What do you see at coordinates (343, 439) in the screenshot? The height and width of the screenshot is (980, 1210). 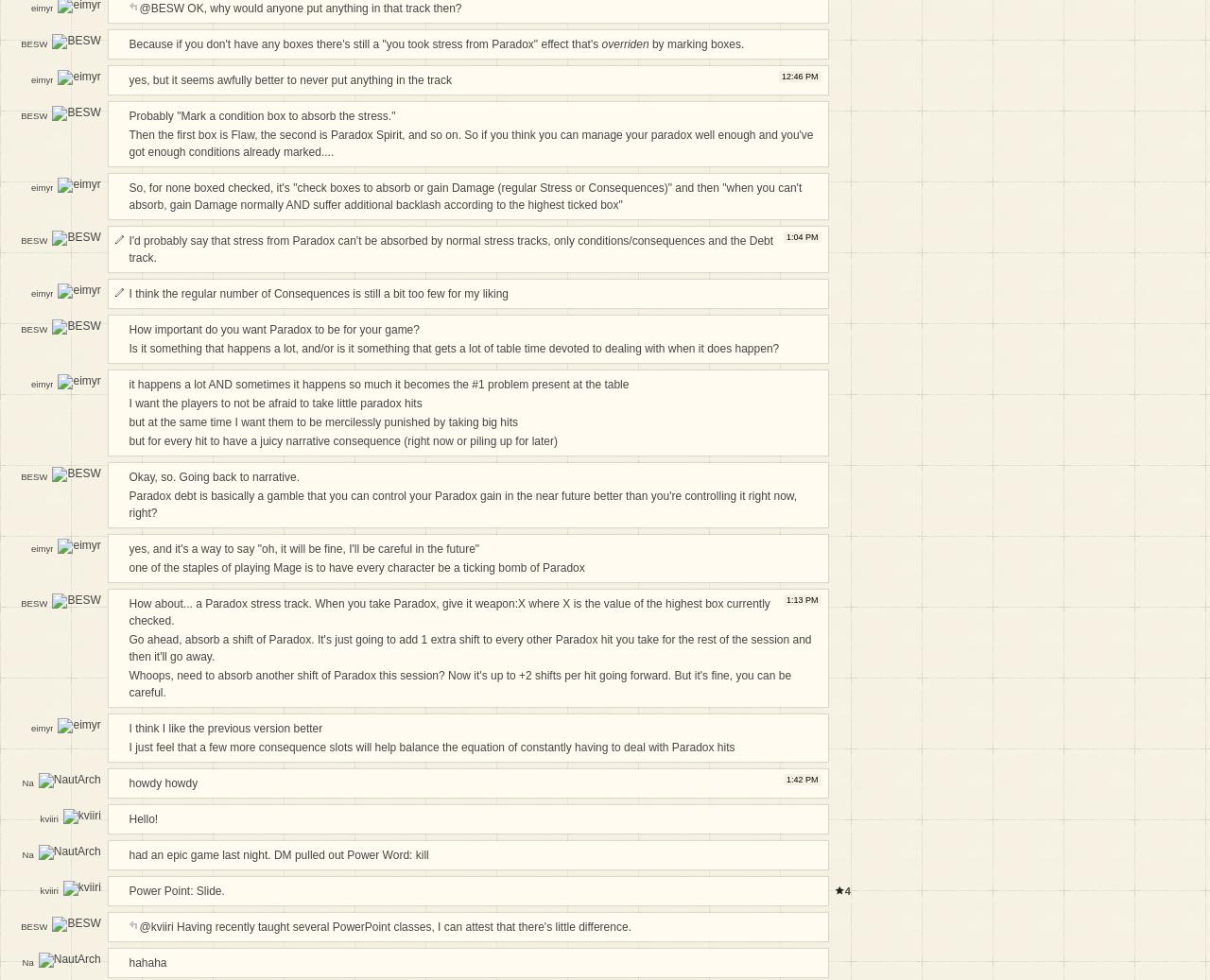 I see `'but for every hit to have a juicy narrative consequence (right now or piling up for later)'` at bounding box center [343, 439].